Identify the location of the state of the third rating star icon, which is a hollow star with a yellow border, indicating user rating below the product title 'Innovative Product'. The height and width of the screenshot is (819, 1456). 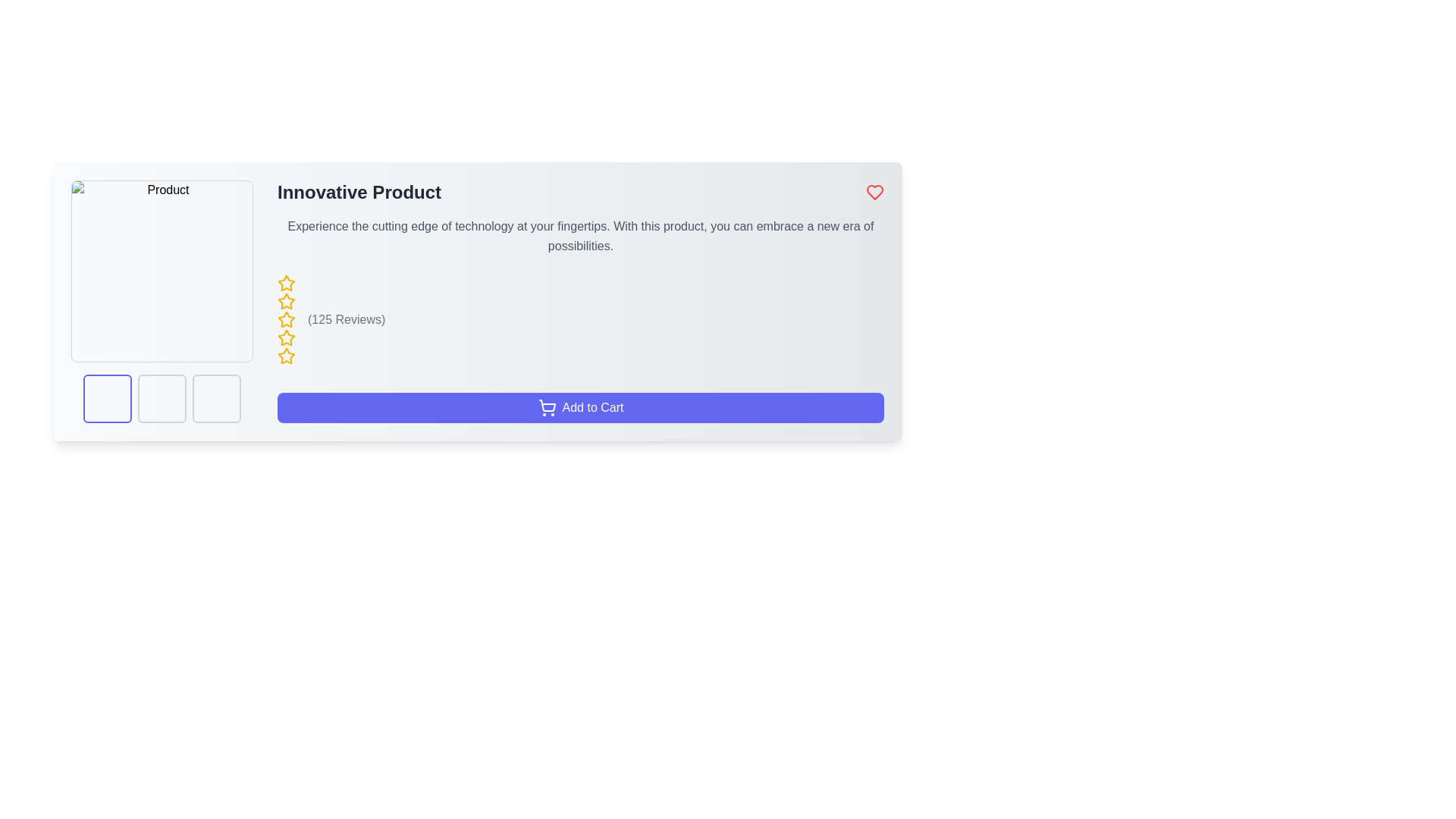
(287, 337).